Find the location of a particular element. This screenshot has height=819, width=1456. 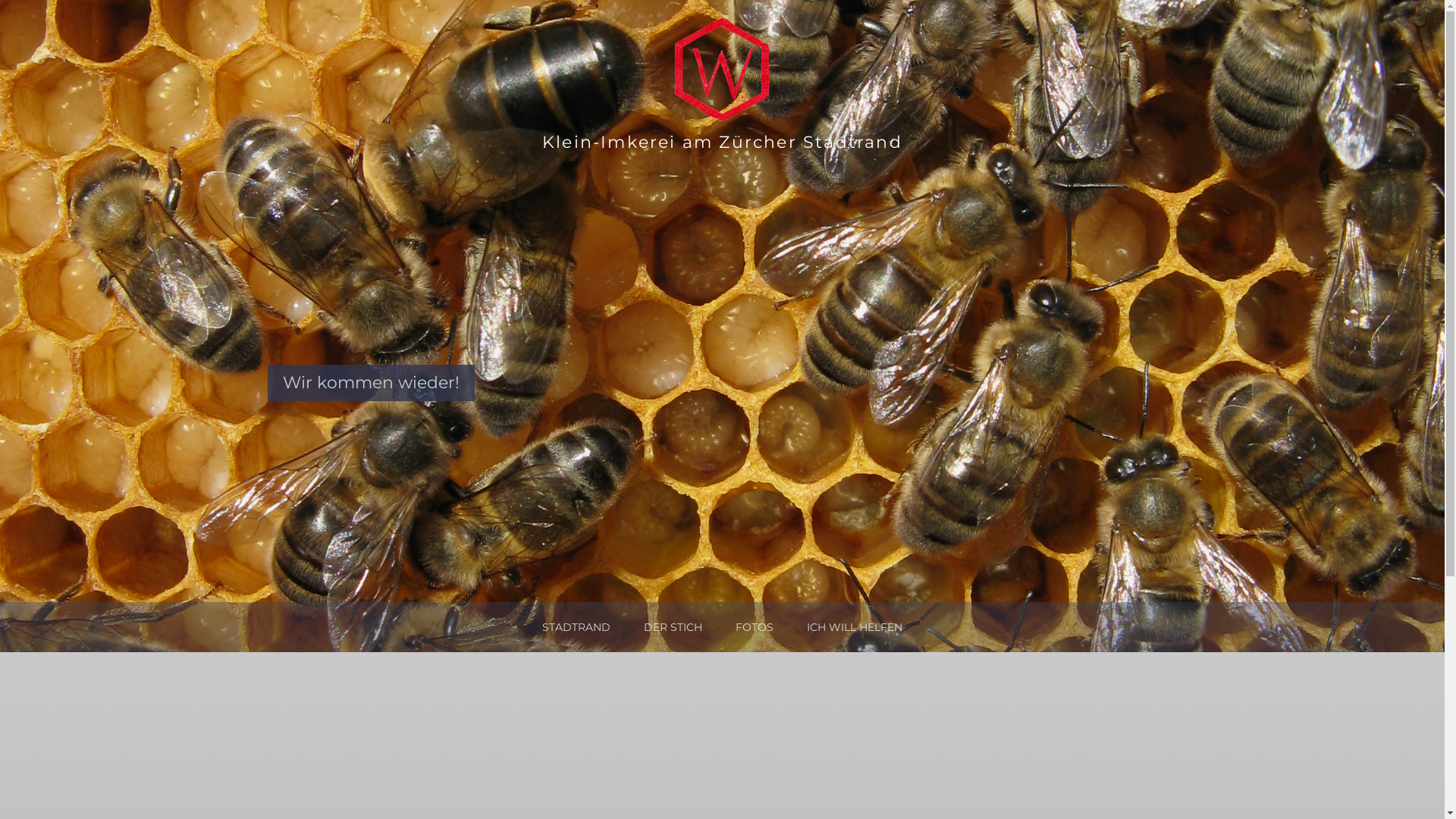

'ICH WILL HELFEN' is located at coordinates (806, 626).